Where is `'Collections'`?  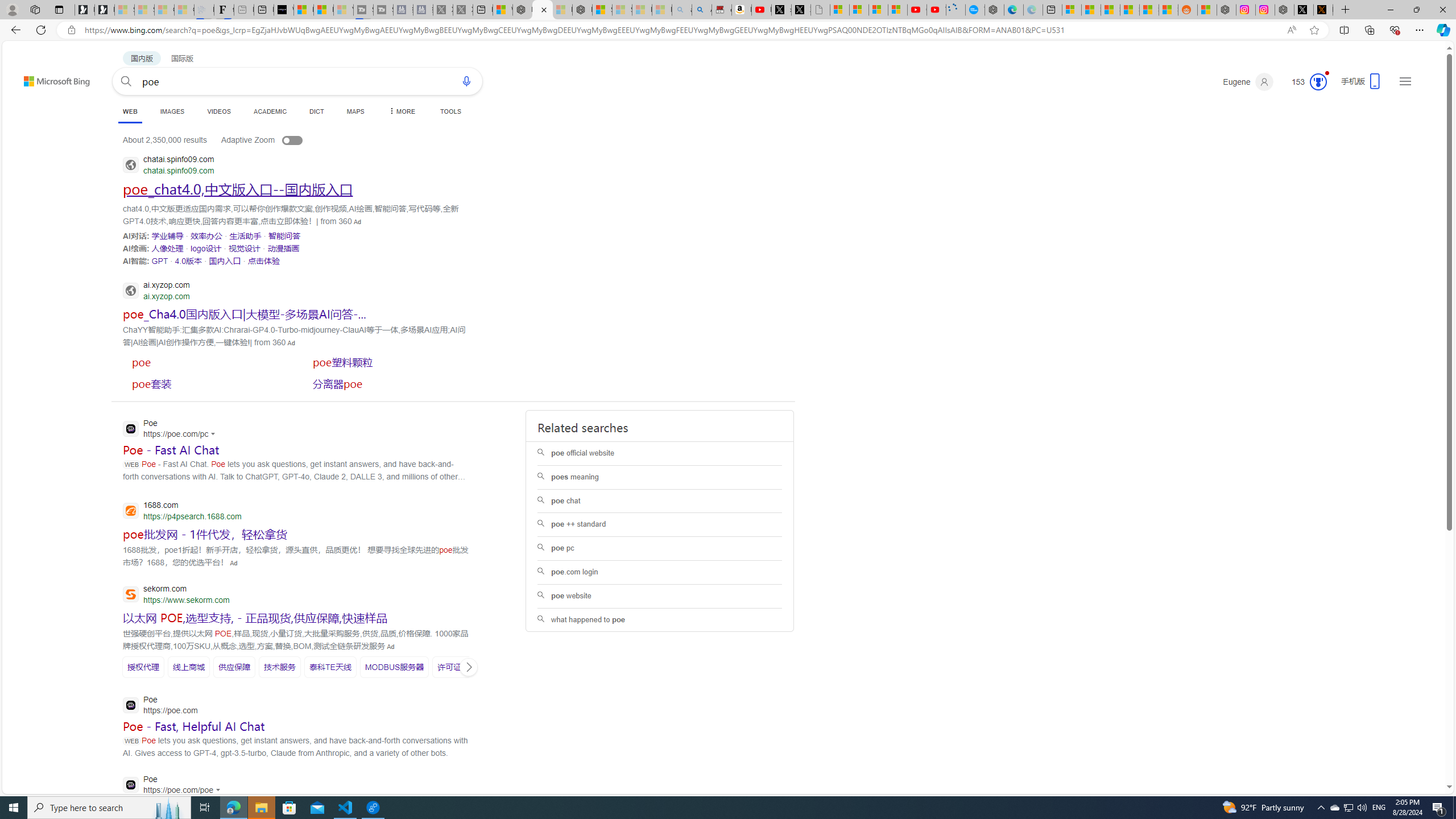 'Collections' is located at coordinates (1368, 29).